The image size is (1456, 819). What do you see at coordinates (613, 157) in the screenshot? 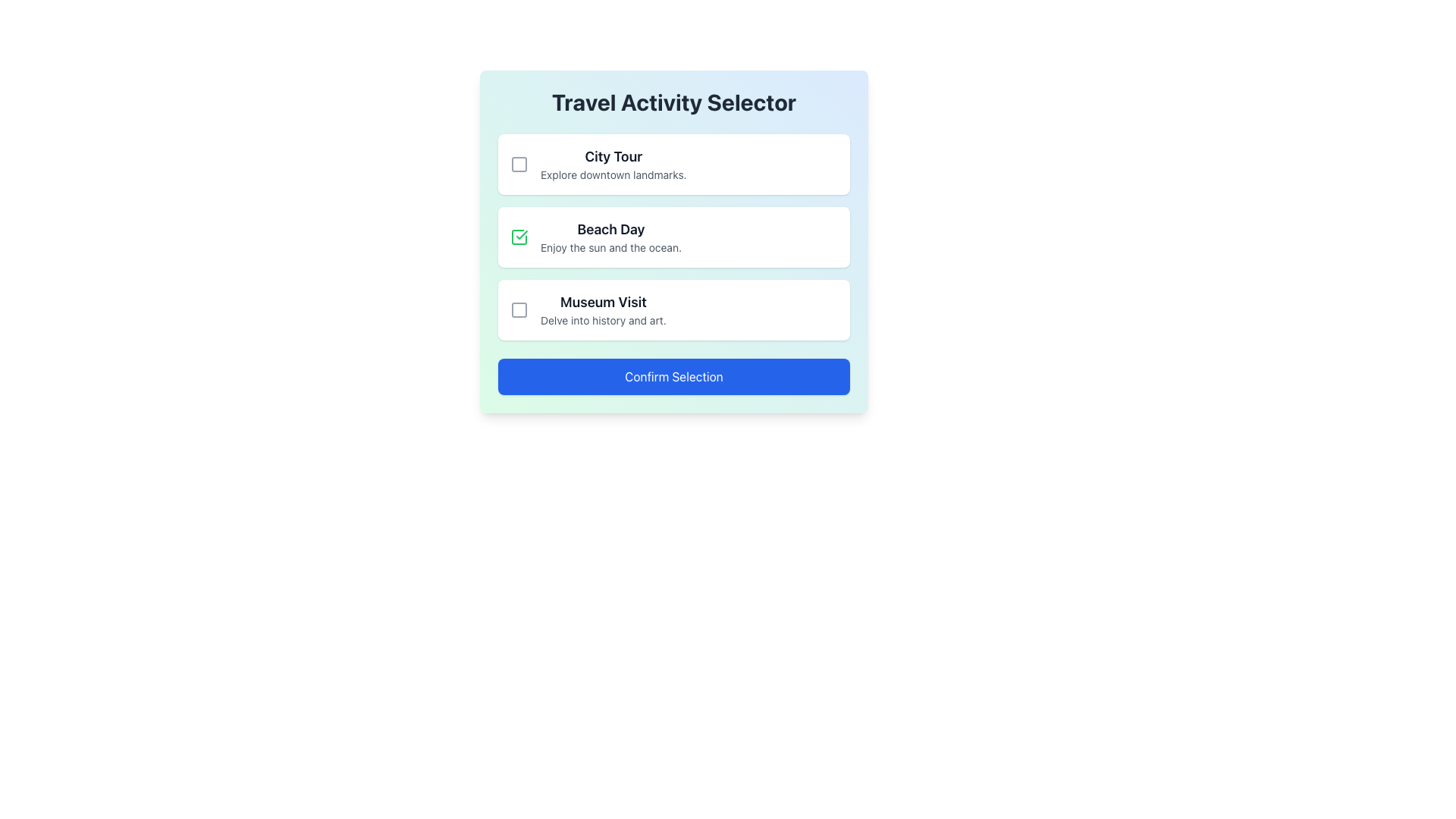
I see `the 'City Tour' text label, which is prominently displayed in bold black text and aligned to the left, located in the top-left section of a panel` at bounding box center [613, 157].